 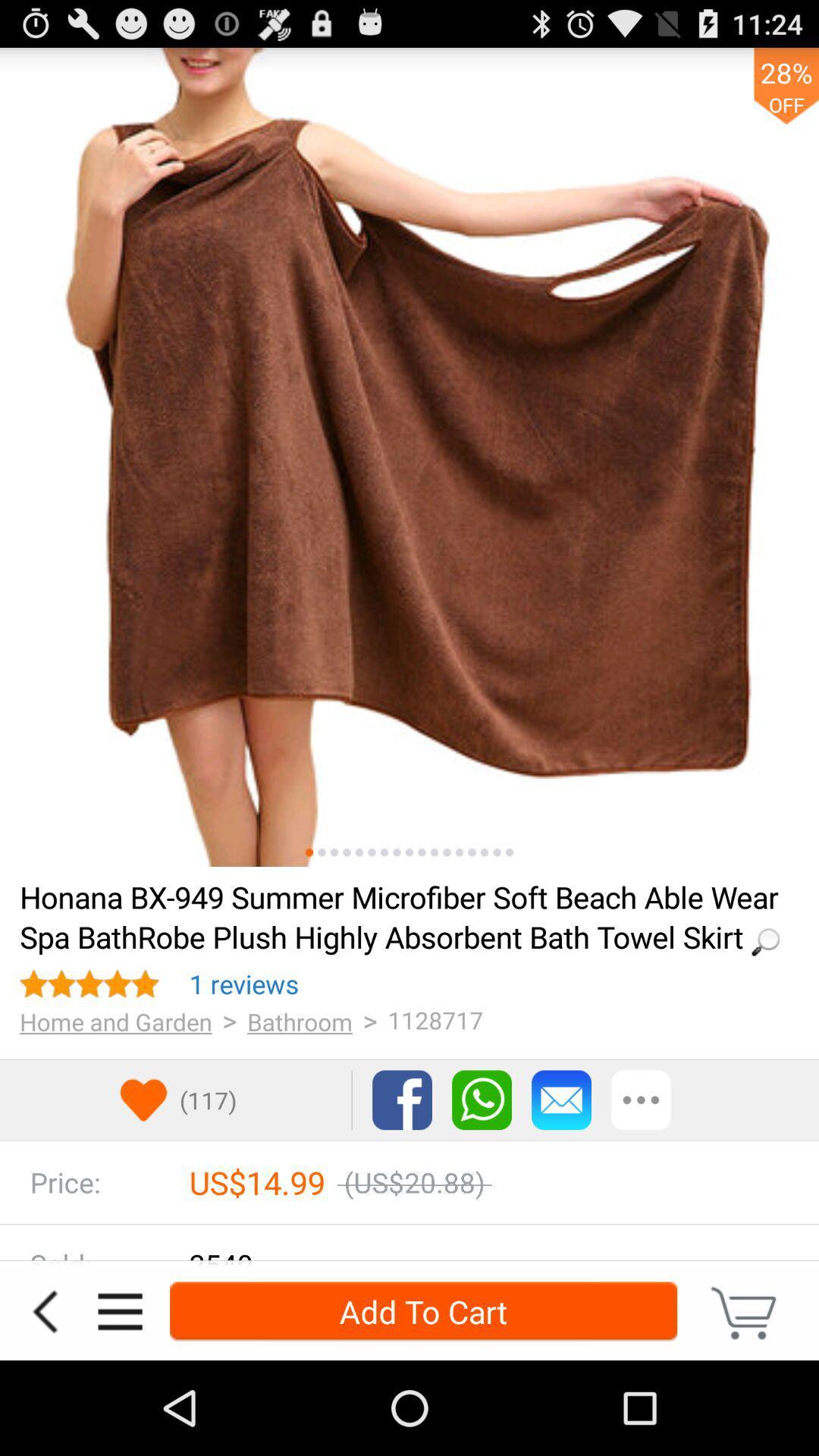 What do you see at coordinates (243, 984) in the screenshot?
I see `the icon next to the > item` at bounding box center [243, 984].